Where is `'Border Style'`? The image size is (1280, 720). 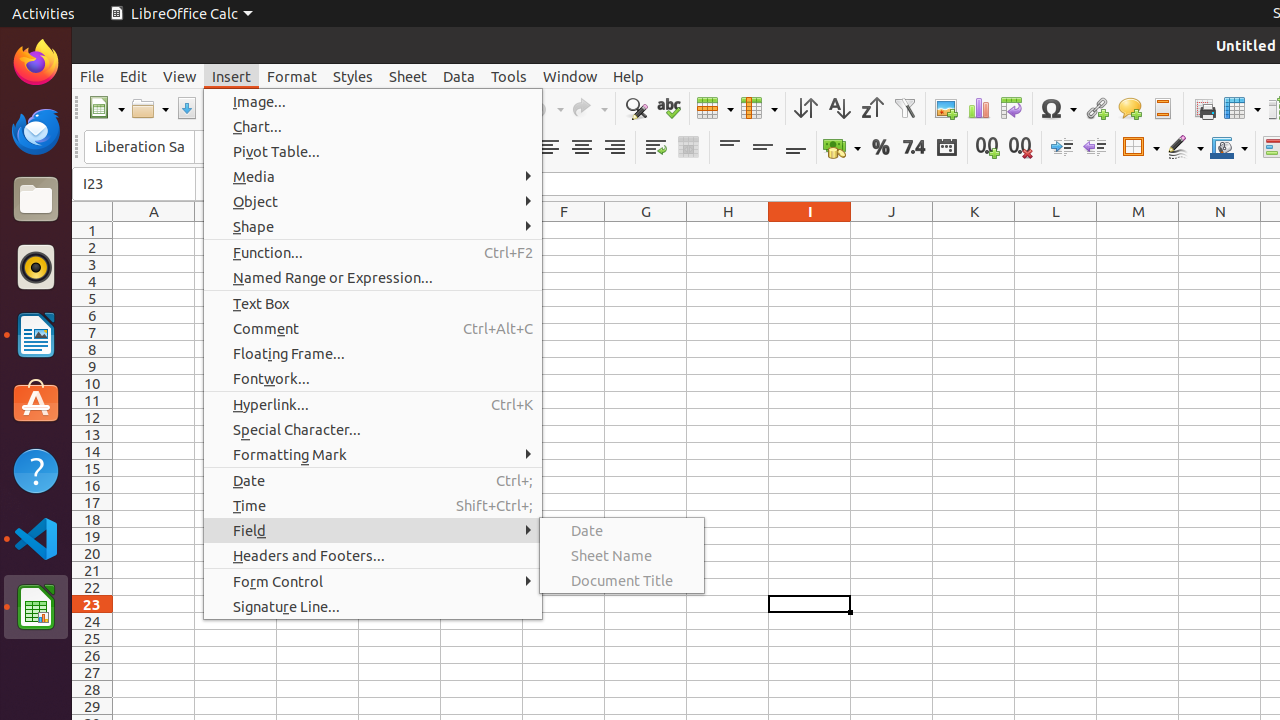 'Border Style' is located at coordinates (1185, 146).